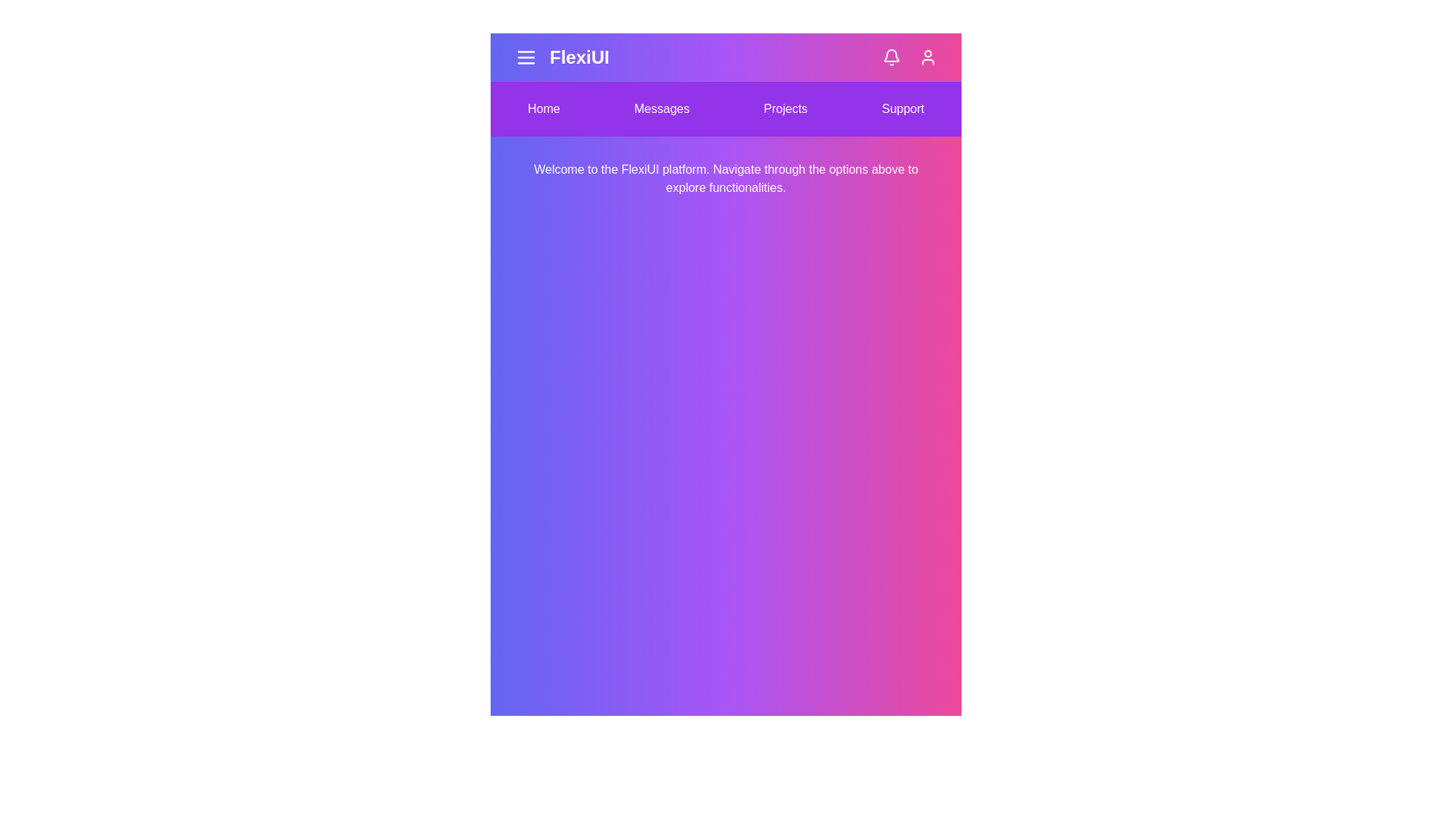  What do you see at coordinates (927, 57) in the screenshot?
I see `the user icon to access user account settings` at bounding box center [927, 57].